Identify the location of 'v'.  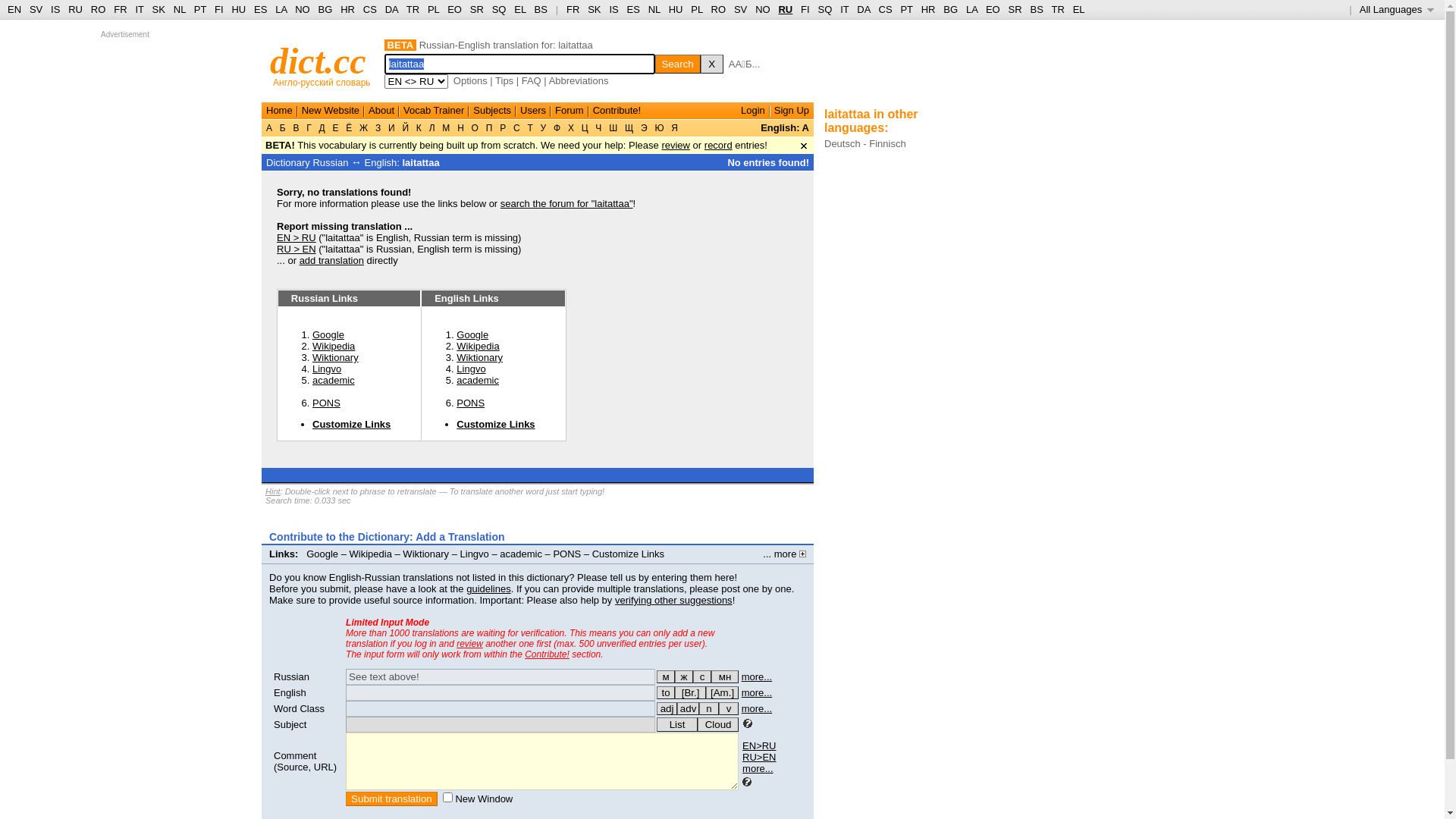
(728, 708).